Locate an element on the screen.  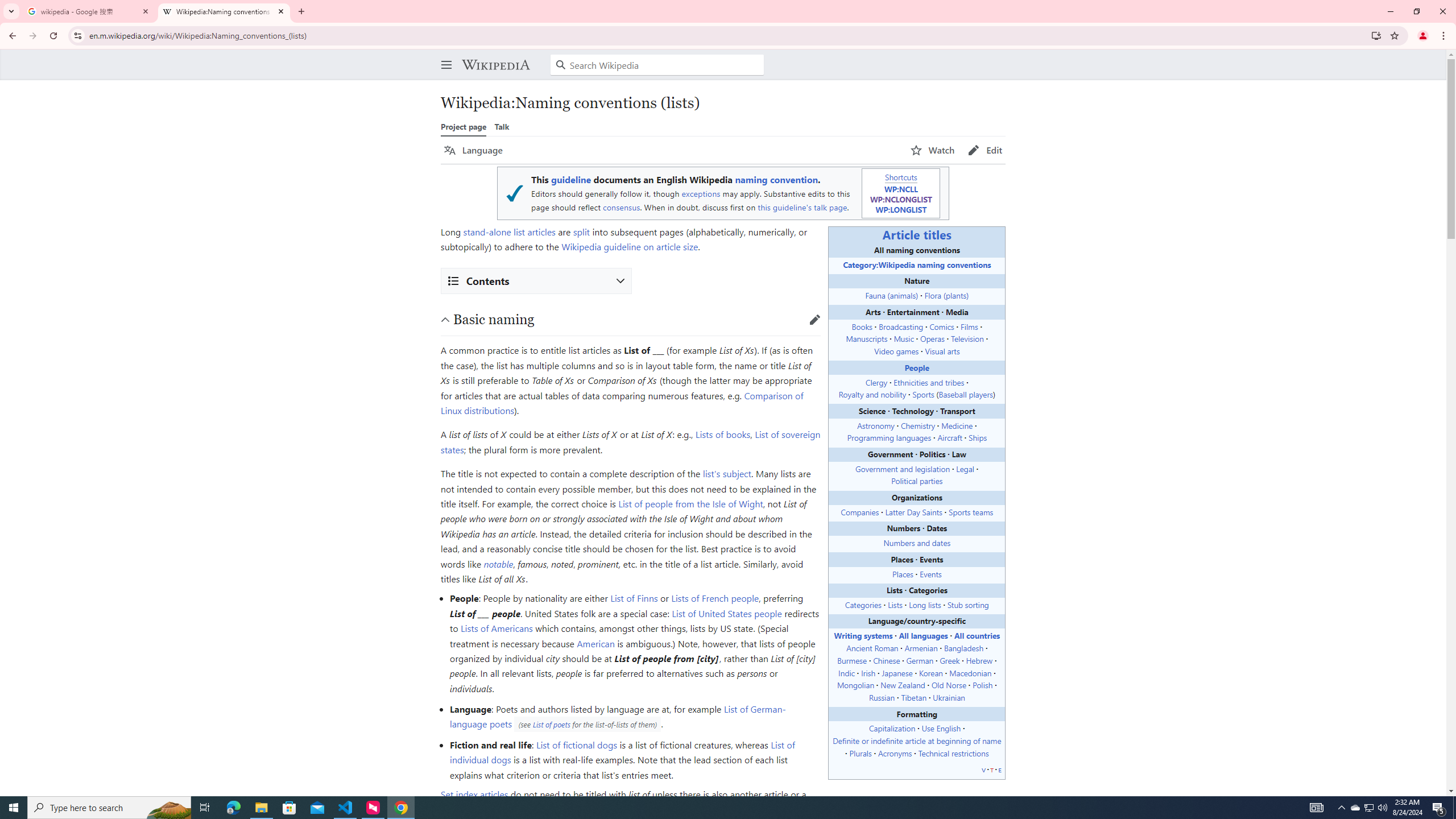
'Broadcasting' is located at coordinates (900, 325).